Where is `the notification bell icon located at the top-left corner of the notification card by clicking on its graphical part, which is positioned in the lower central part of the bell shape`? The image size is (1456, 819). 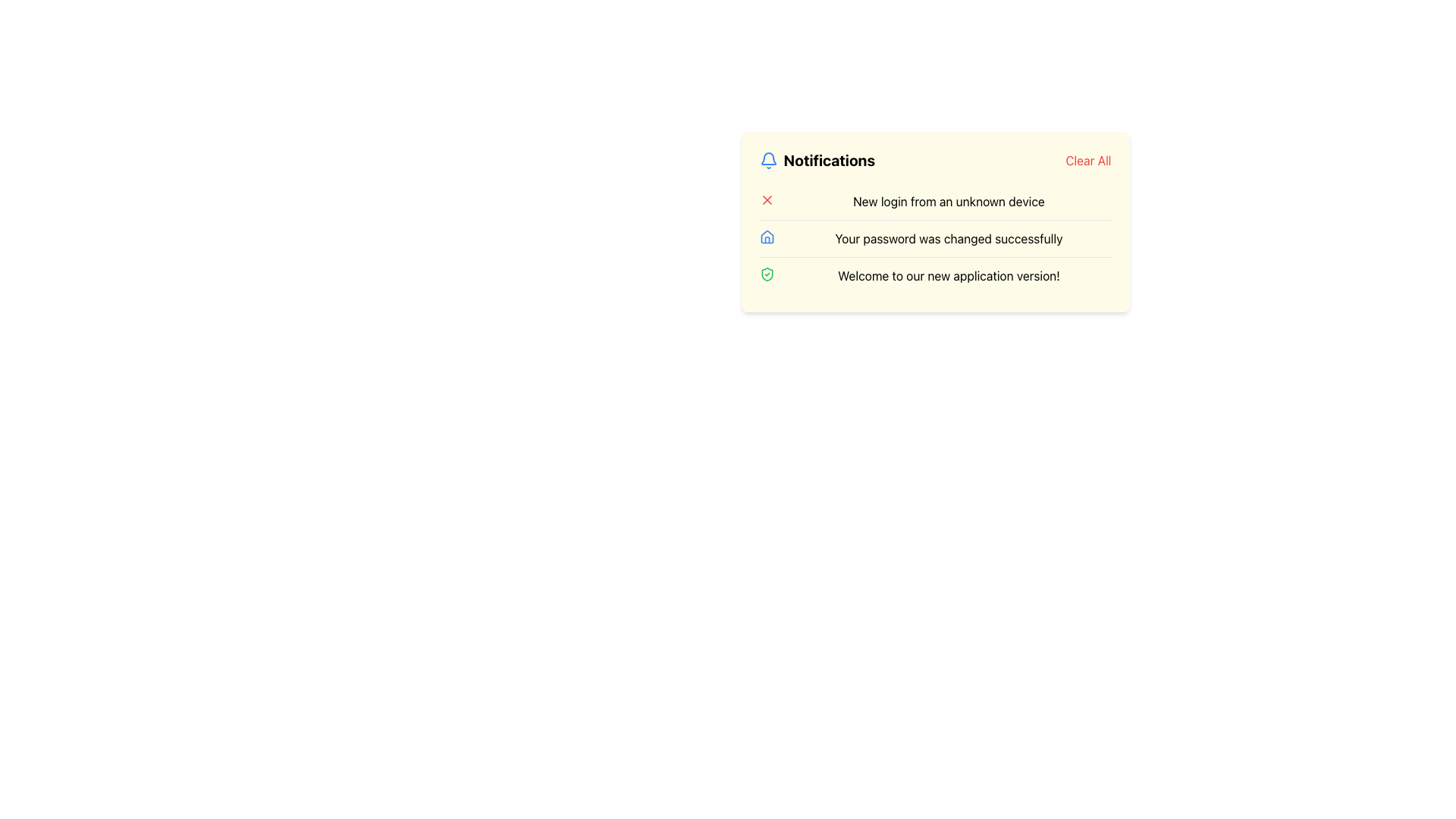
the notification bell icon located at the top-left corner of the notification card by clicking on its graphical part, which is positioned in the lower central part of the bell shape is located at coordinates (768, 158).